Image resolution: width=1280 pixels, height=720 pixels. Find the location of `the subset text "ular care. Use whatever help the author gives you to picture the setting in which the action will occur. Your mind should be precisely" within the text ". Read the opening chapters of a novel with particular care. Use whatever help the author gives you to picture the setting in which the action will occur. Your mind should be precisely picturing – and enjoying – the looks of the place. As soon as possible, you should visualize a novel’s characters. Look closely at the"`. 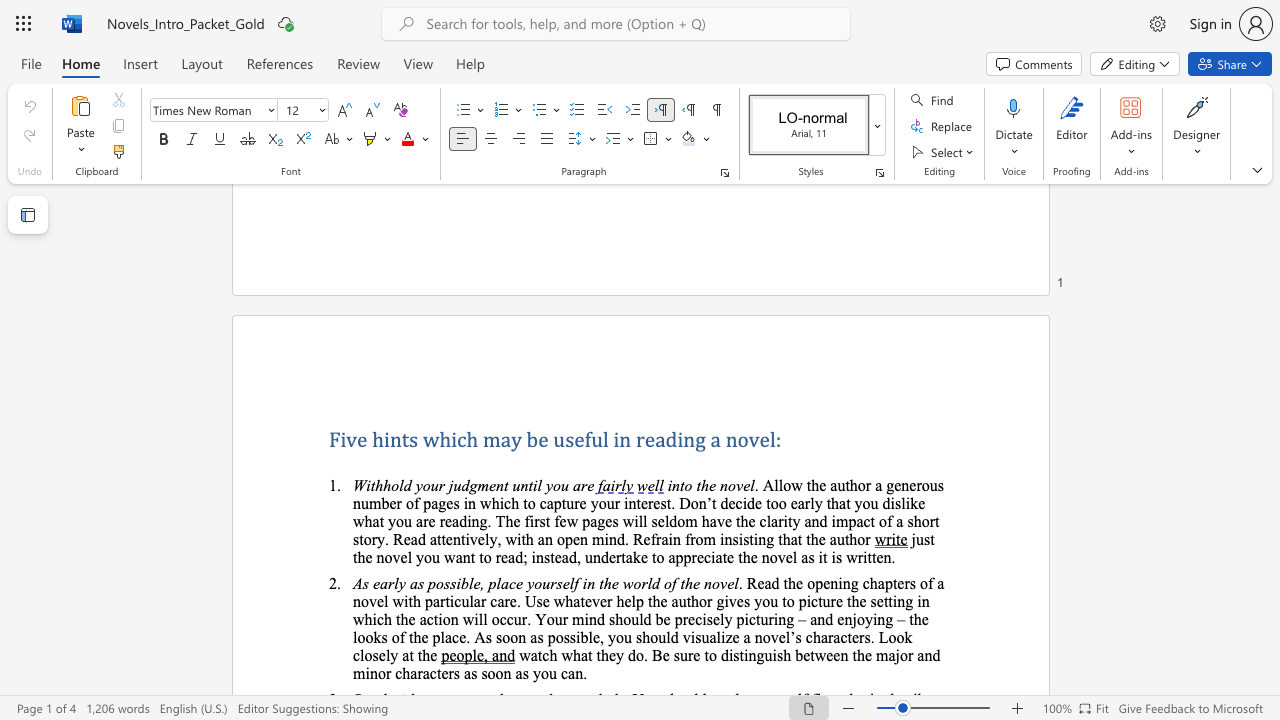

the subset text "ular care. Use whatever help the author gives you to picture the setting in which the action will occur. Your mind should be precisely" within the text ". Read the opening chapters of a novel with particular care. Use whatever help the author gives you to picture the setting in which the action will occur. Your mind should be precisely picturing – and enjoying – the looks of the place. As soon as possible, you should visualize a novel’s characters. Look closely at the" is located at coordinates (460, 600).